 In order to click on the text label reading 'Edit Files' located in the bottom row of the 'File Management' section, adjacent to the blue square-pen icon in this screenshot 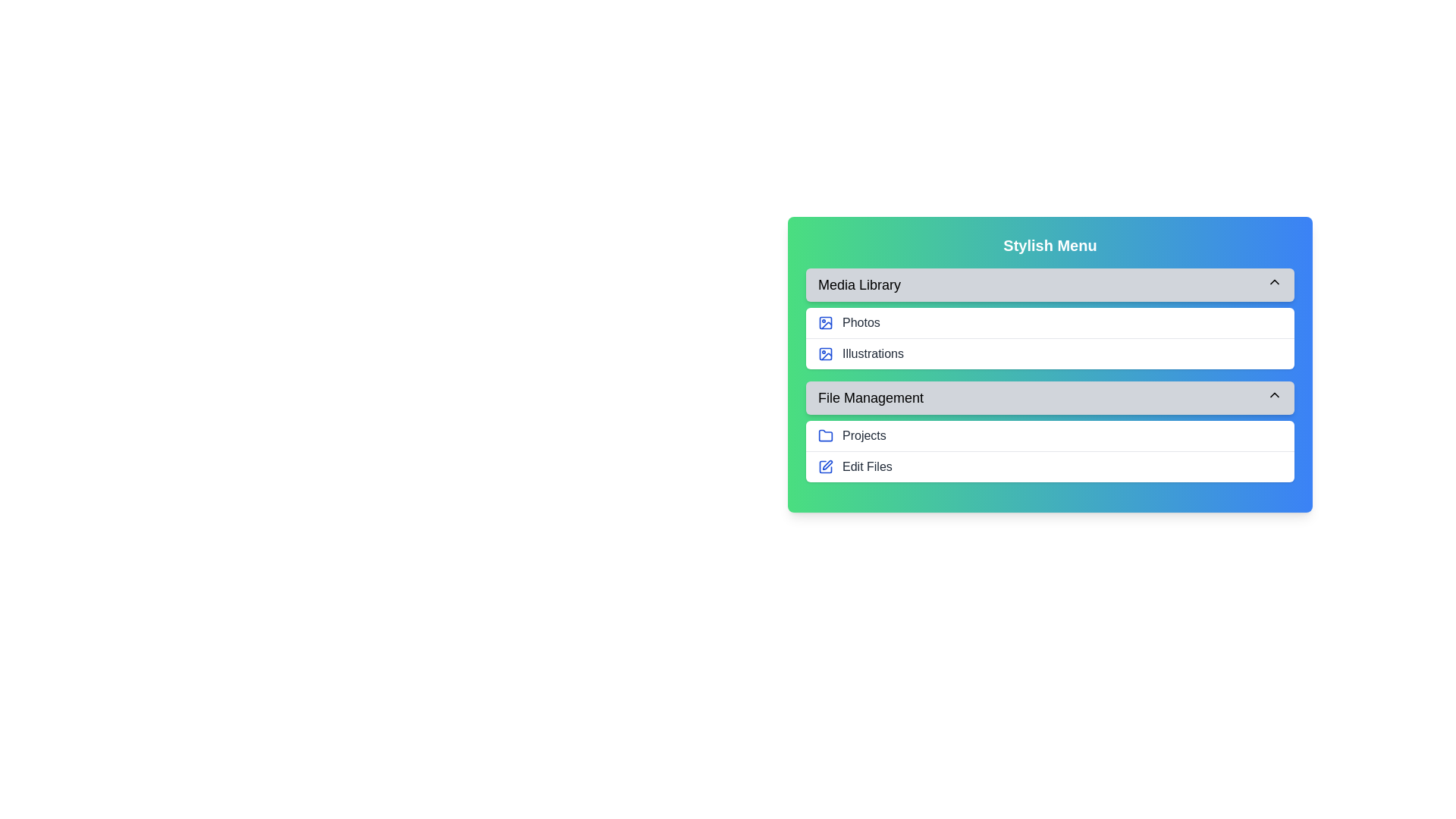, I will do `click(867, 466)`.